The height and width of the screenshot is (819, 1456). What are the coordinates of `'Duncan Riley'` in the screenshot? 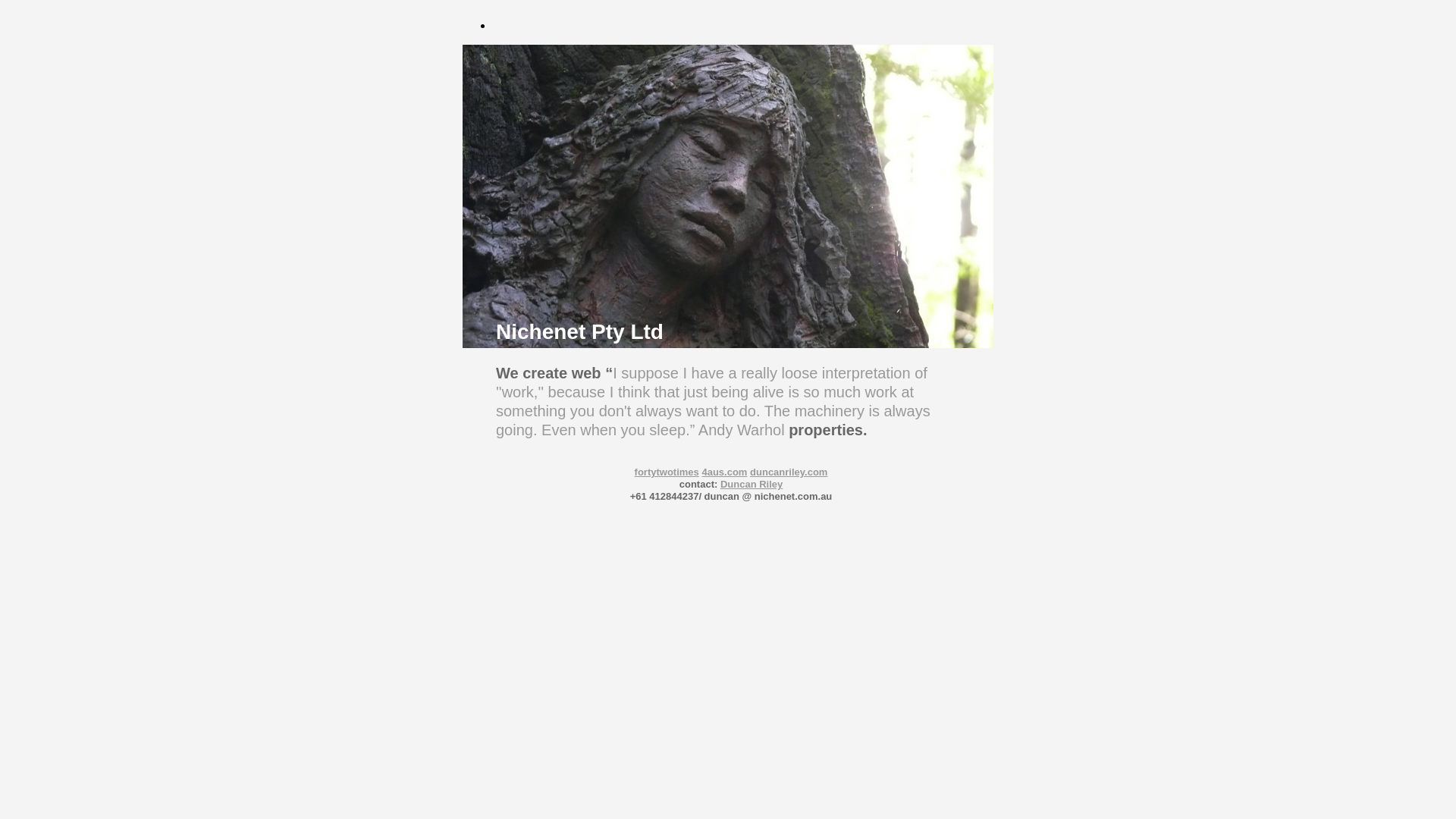 It's located at (751, 484).